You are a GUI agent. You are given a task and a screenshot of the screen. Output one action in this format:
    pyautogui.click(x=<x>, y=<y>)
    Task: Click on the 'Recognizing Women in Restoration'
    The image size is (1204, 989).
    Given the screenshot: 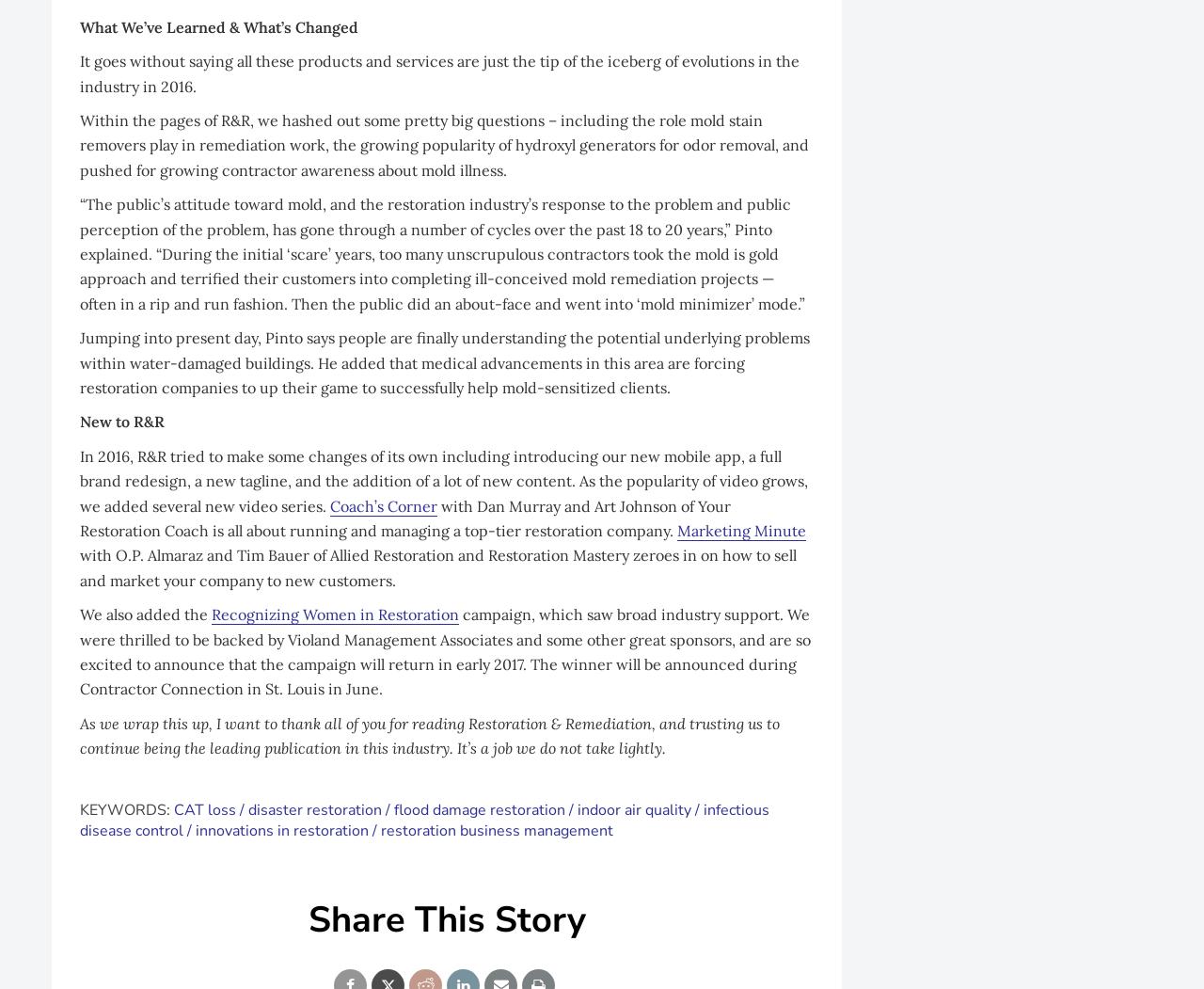 What is the action you would take?
    pyautogui.click(x=335, y=614)
    